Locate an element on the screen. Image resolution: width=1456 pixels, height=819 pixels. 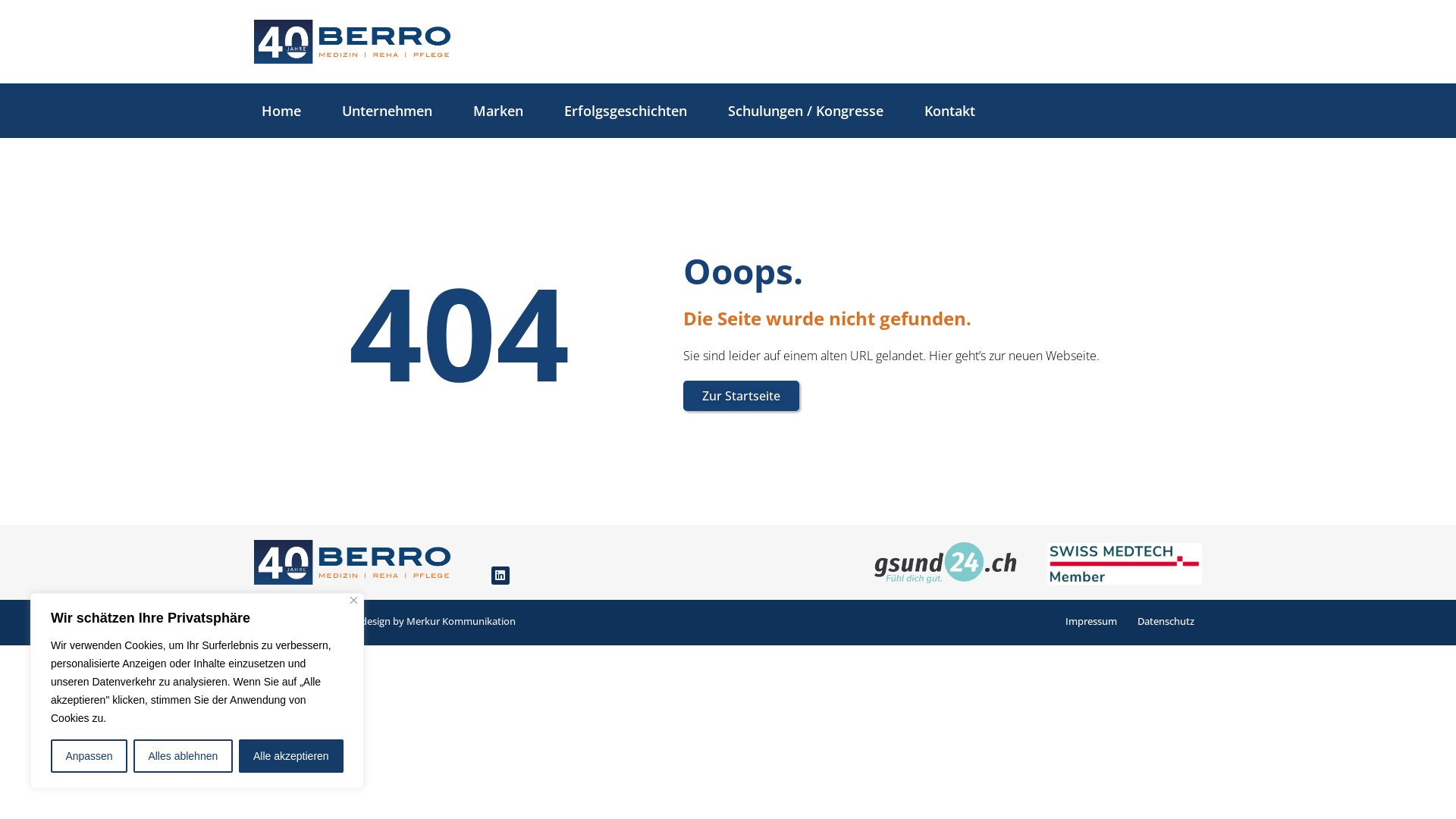
'Schulungen / Kongresse' is located at coordinates (712, 110).